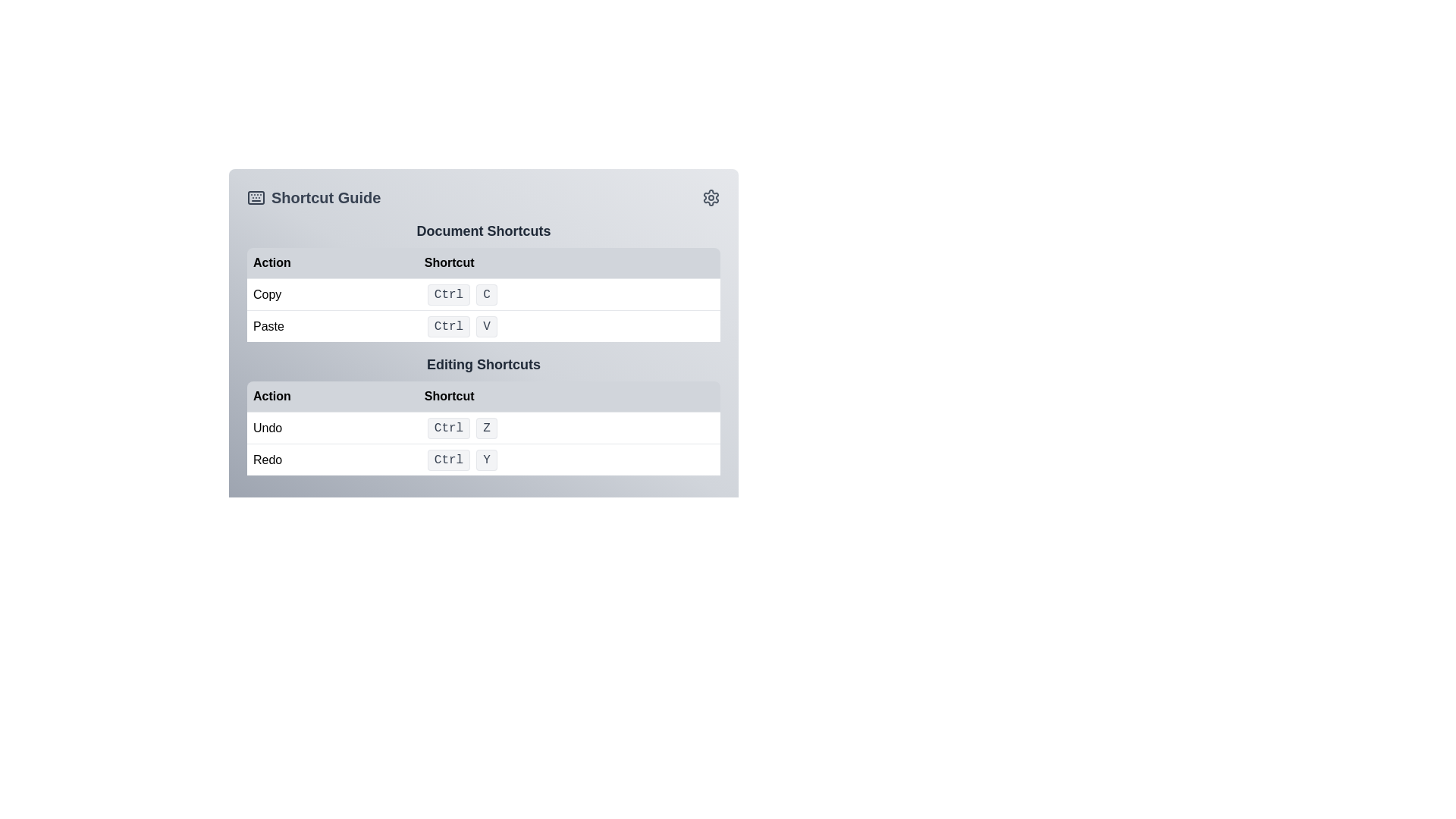 Image resolution: width=1456 pixels, height=819 pixels. Describe the element at coordinates (710, 197) in the screenshot. I see `the gear-shaped icon located in the top-right corner of the shortcut guide` at that location.